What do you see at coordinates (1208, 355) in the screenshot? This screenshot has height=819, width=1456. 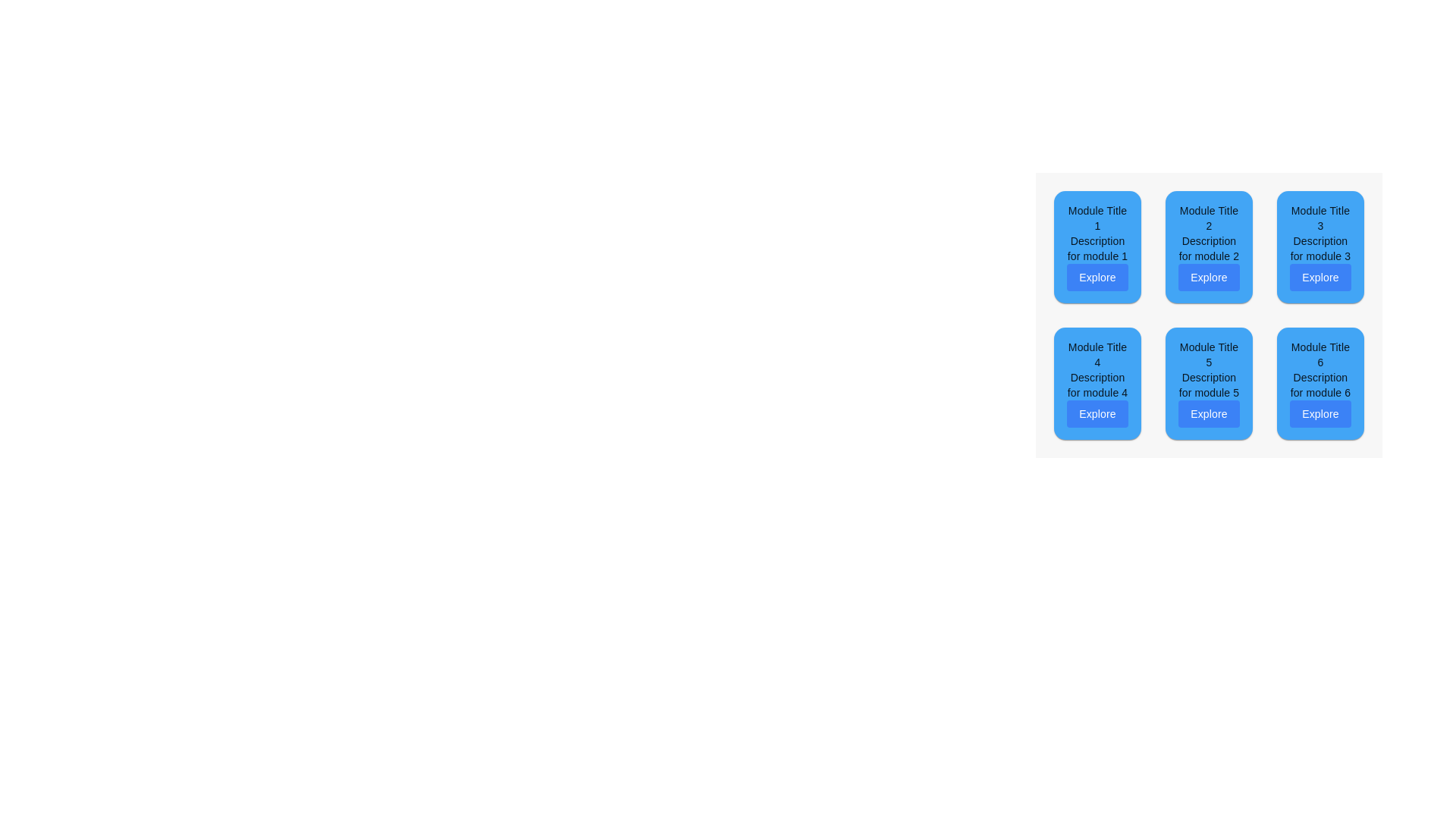 I see `the static text label element that serves as the title for the fifth module in the grid layout, located in the second row and second column` at bounding box center [1208, 355].